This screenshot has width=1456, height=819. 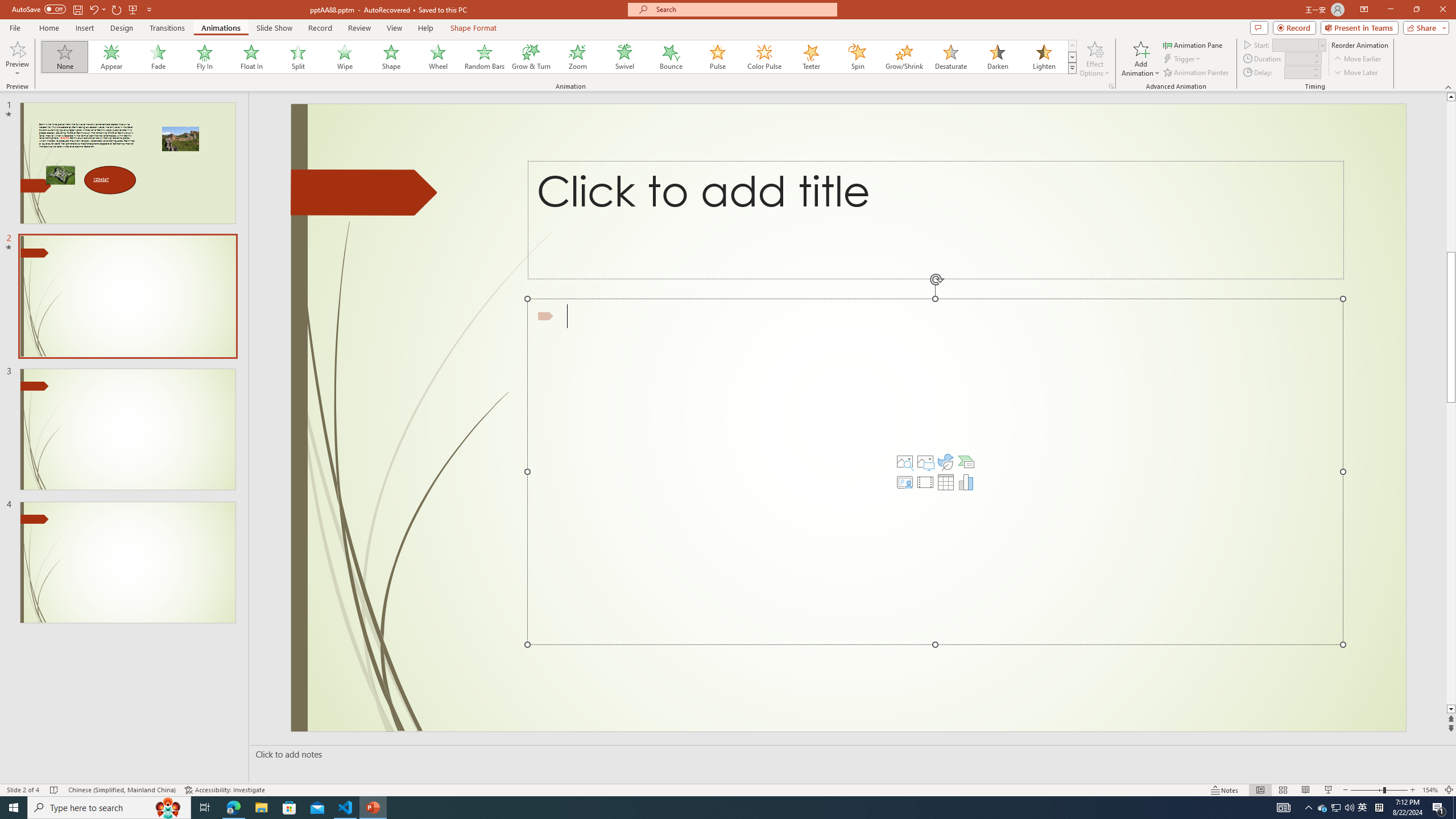 I want to click on 'Animation Painter', so click(x=1196, y=72).